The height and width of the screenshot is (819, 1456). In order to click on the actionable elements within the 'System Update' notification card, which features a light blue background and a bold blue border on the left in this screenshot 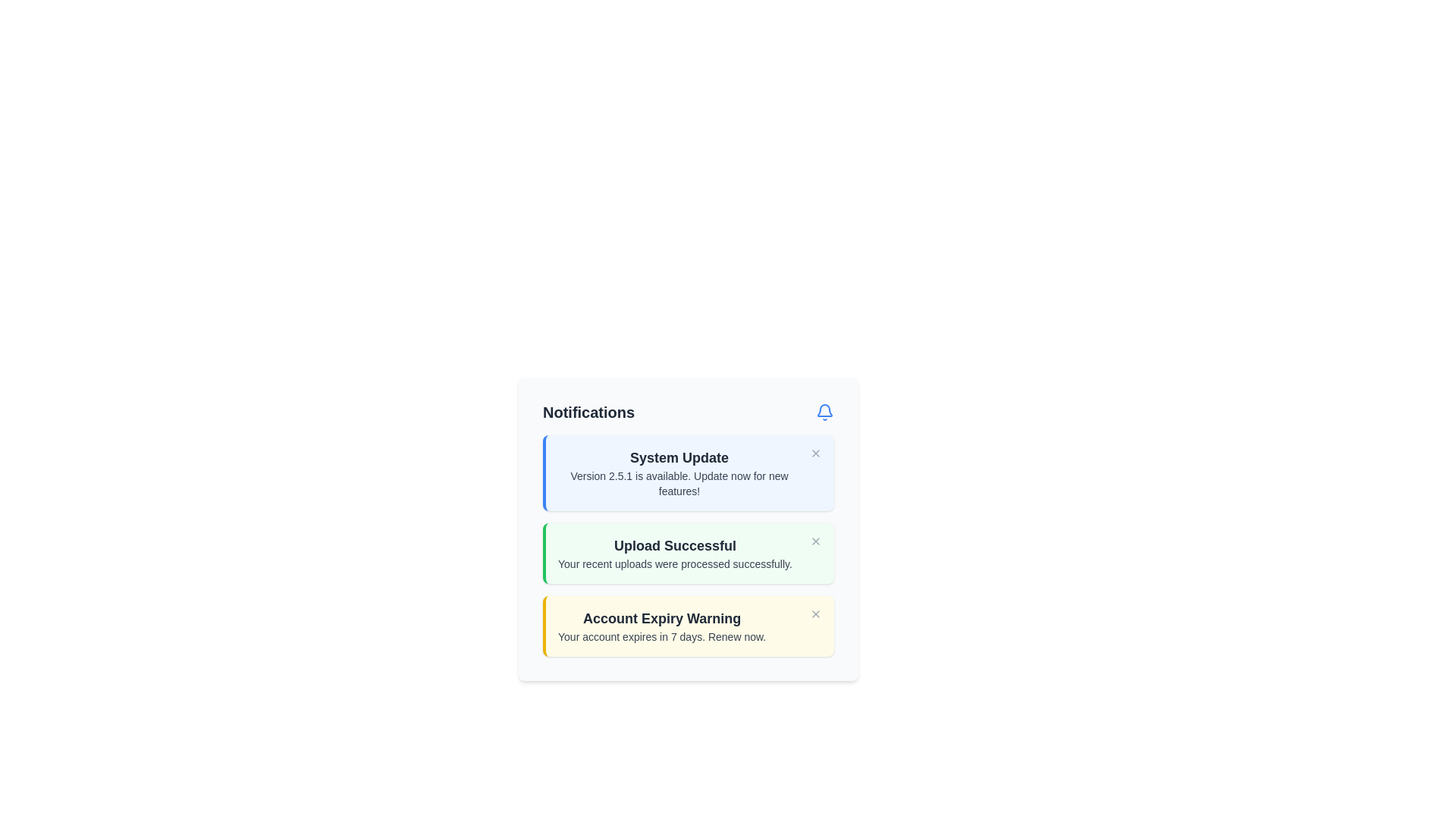, I will do `click(689, 472)`.